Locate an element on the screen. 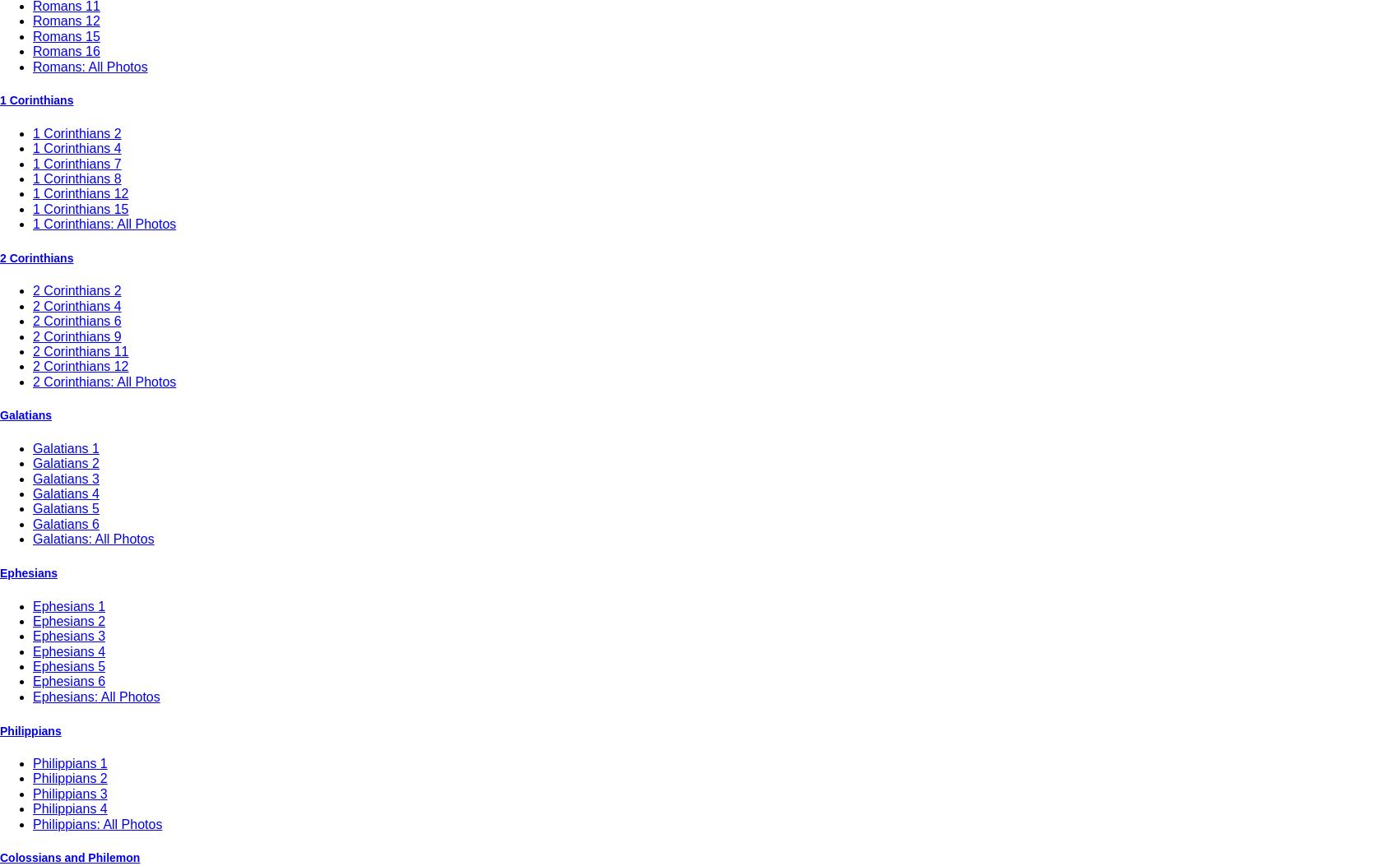 The image size is (1400, 866). 'Philippians 3' is located at coordinates (69, 793).